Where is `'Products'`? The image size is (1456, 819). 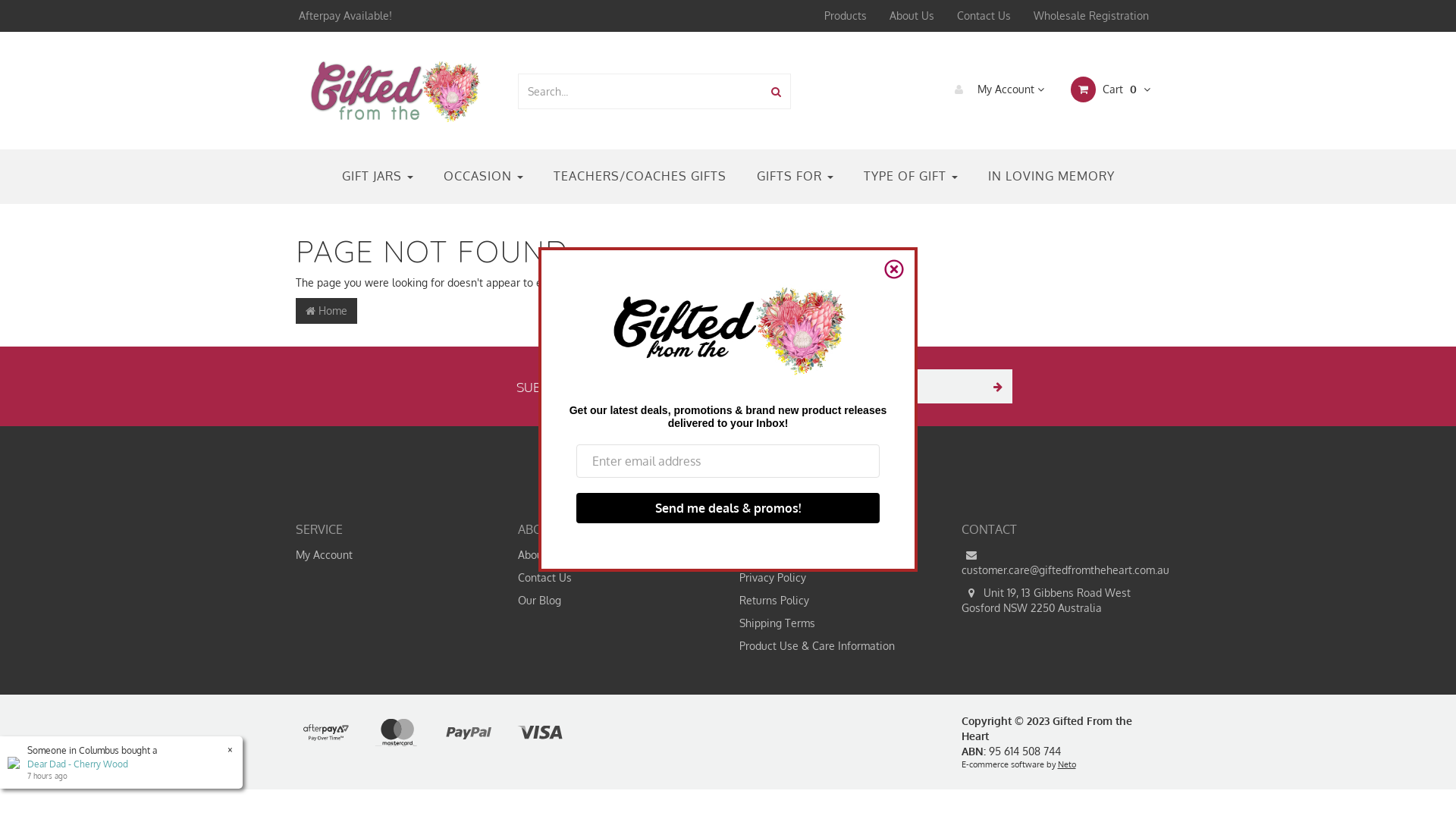
'Products' is located at coordinates (844, 15).